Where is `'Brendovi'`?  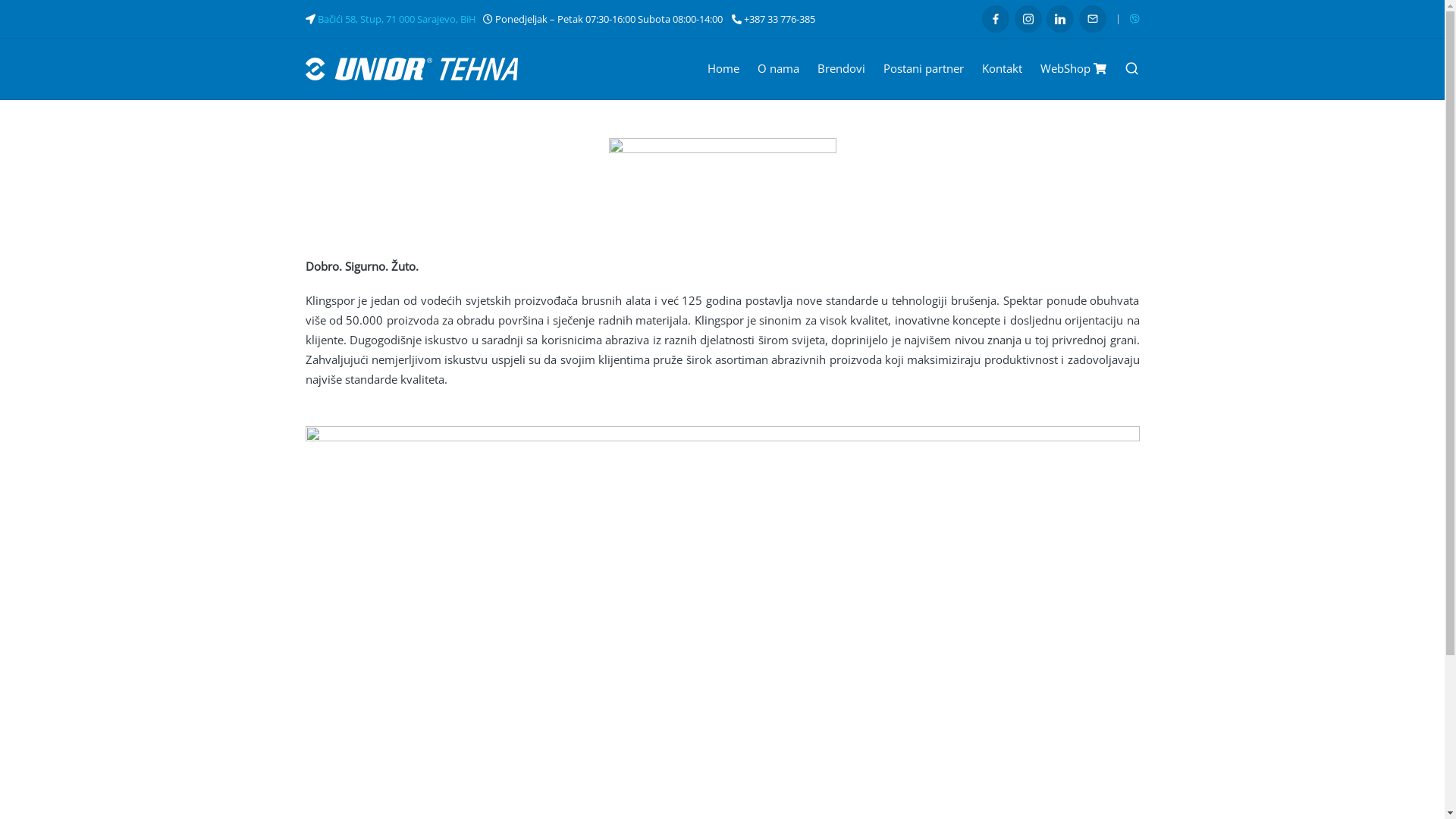
'Brendovi' is located at coordinates (840, 69).